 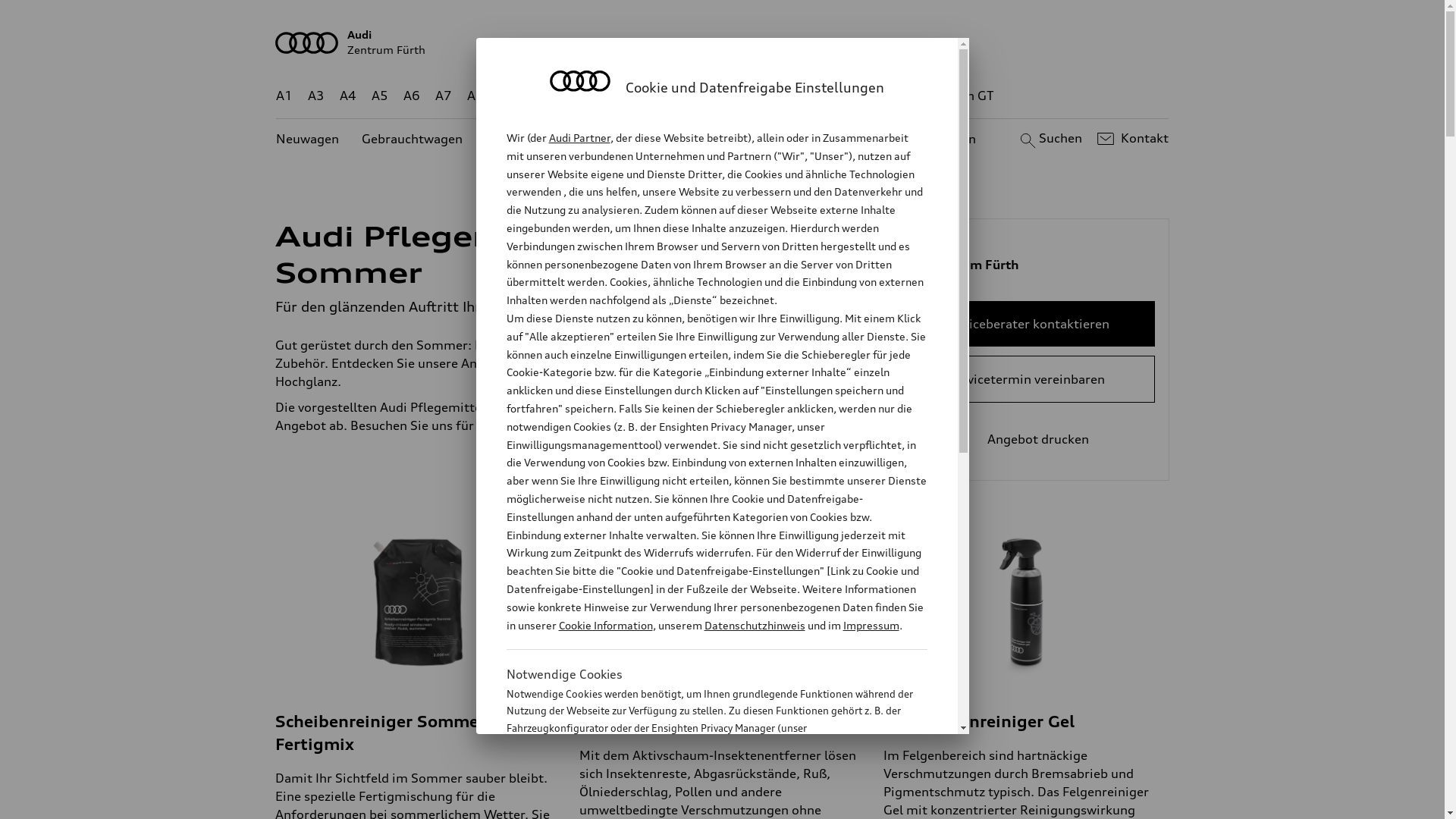 I want to click on 'Kontakt', so click(x=1131, y=138).